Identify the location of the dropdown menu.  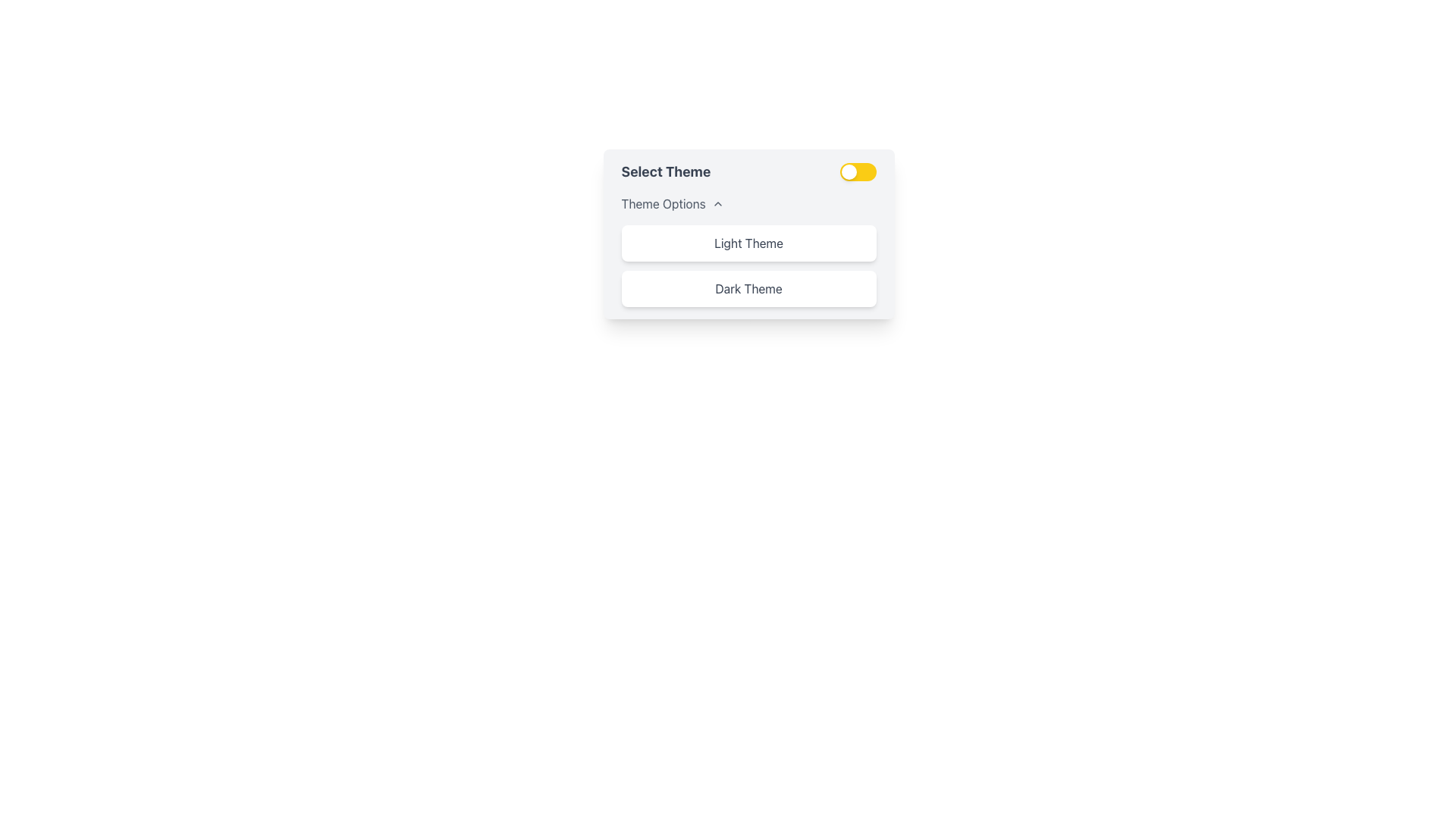
(748, 250).